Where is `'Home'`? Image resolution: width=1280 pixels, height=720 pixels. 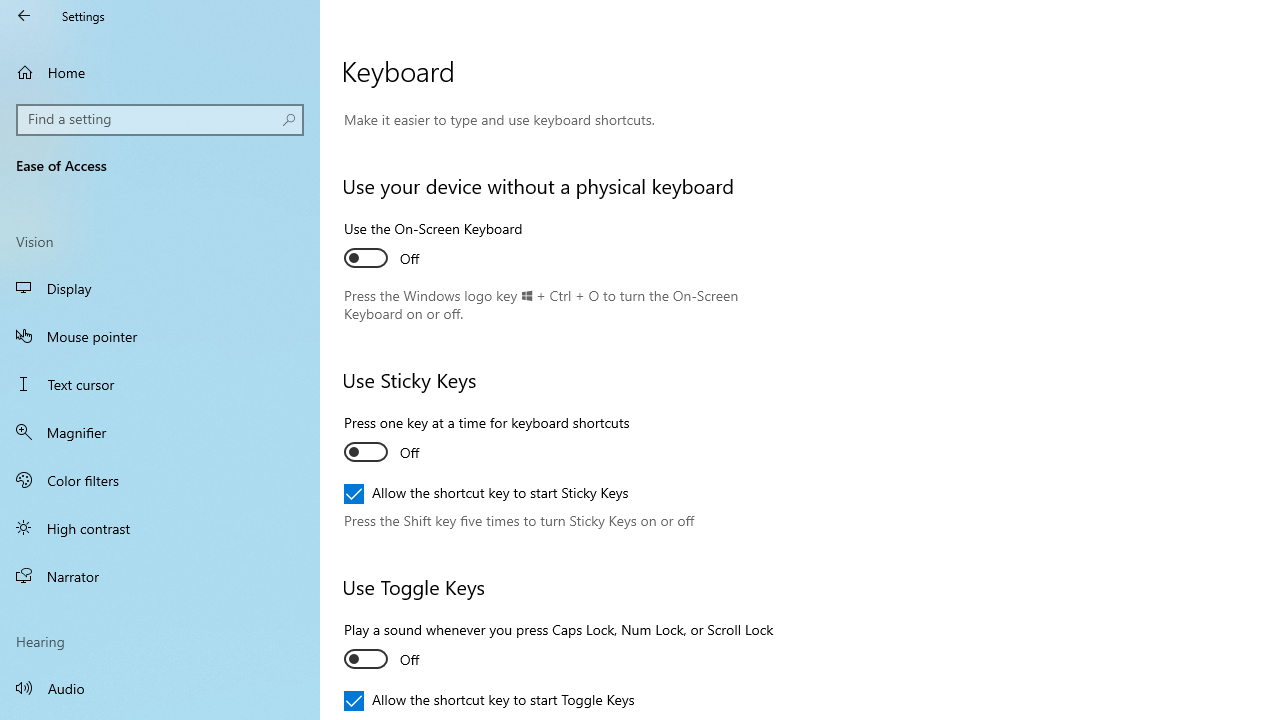 'Home' is located at coordinates (160, 71).